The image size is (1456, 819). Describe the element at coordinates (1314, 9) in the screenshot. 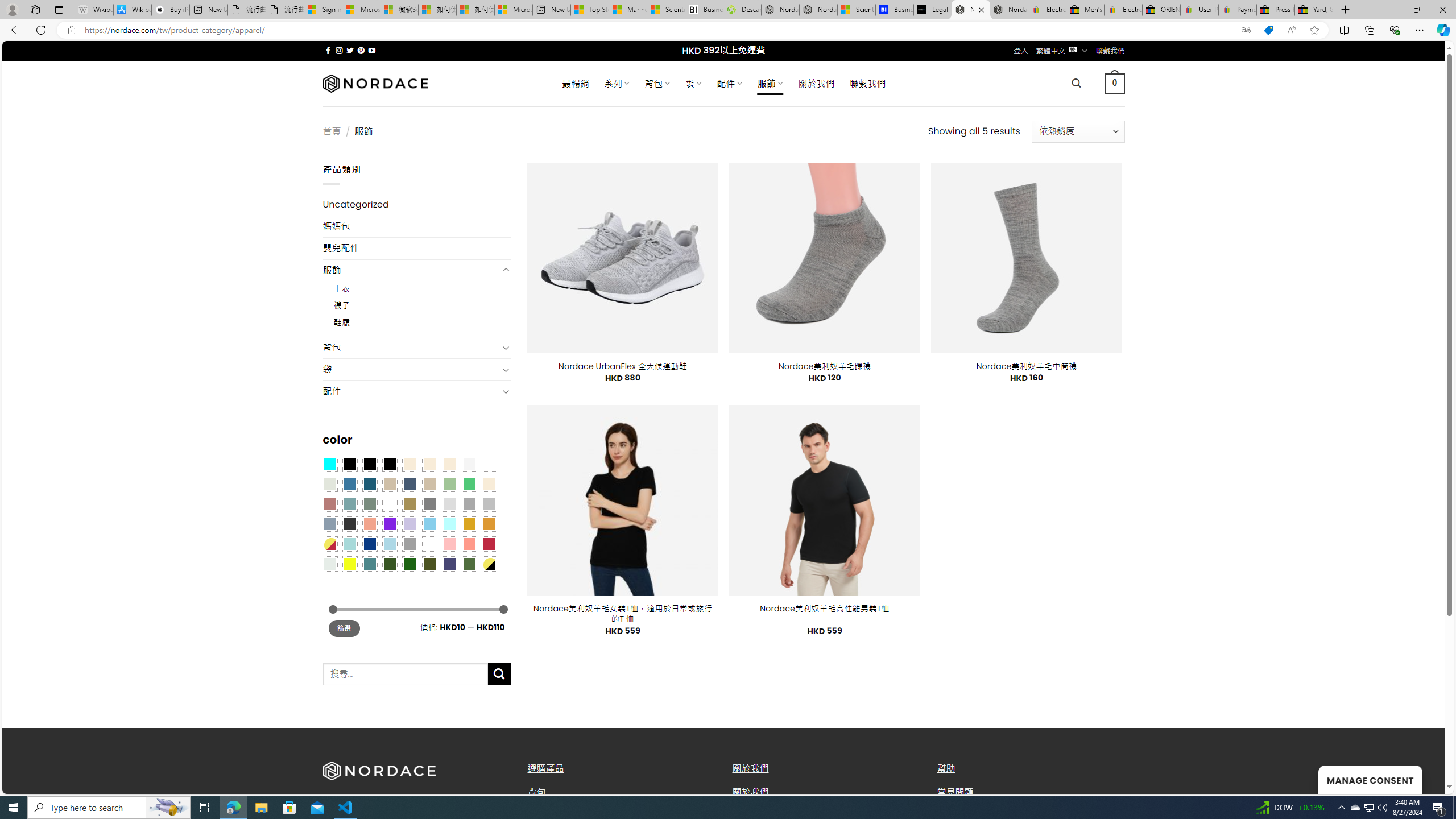

I see `'Yard, Garden & Outdoor Living'` at that location.